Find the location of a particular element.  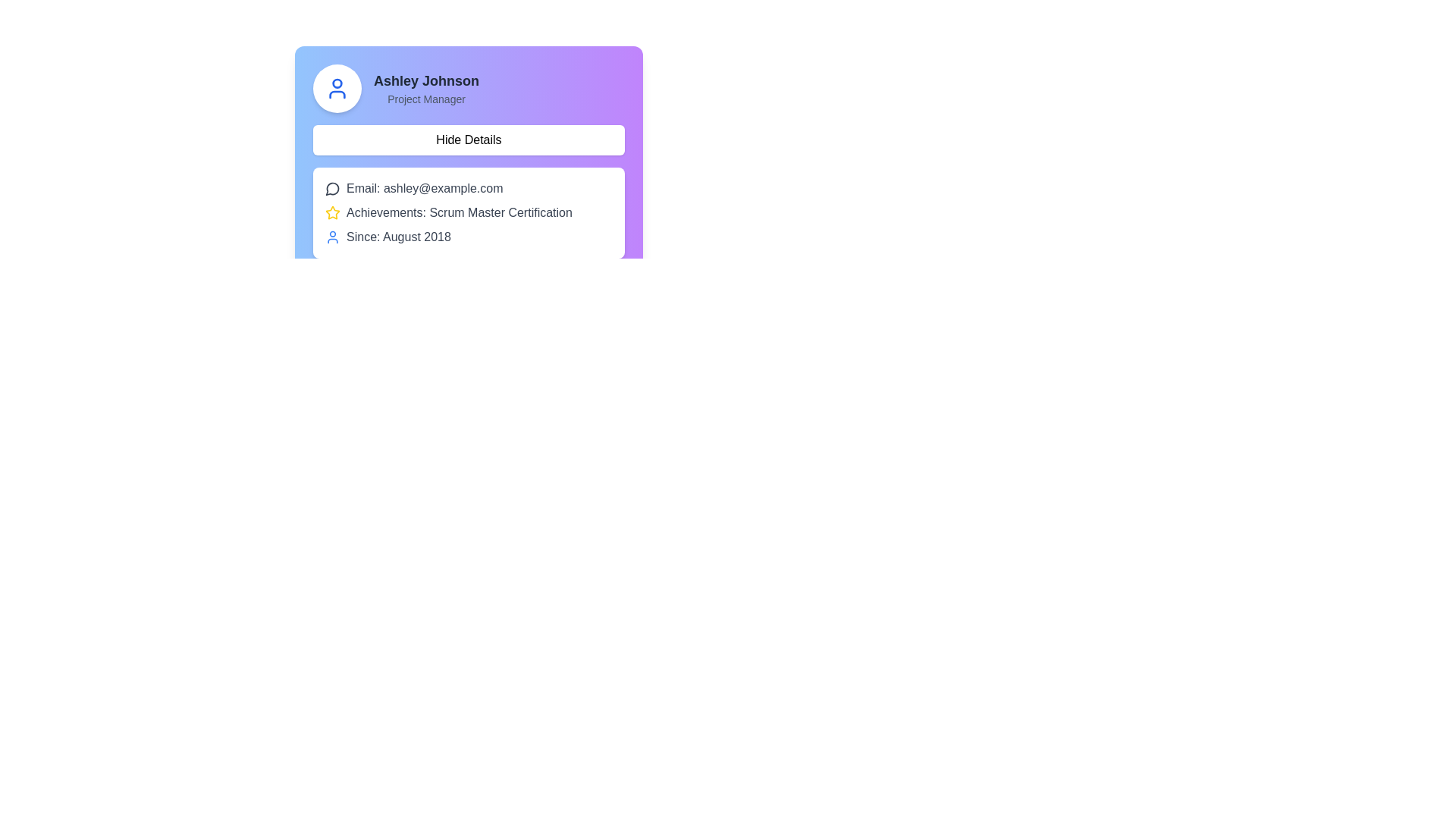

the circular user avatar placeholder, which features a prominent blue user icon on a white background, located to the left of the user's name 'Ashley Johnson' and their role 'Project Manager' is located at coordinates (337, 88).